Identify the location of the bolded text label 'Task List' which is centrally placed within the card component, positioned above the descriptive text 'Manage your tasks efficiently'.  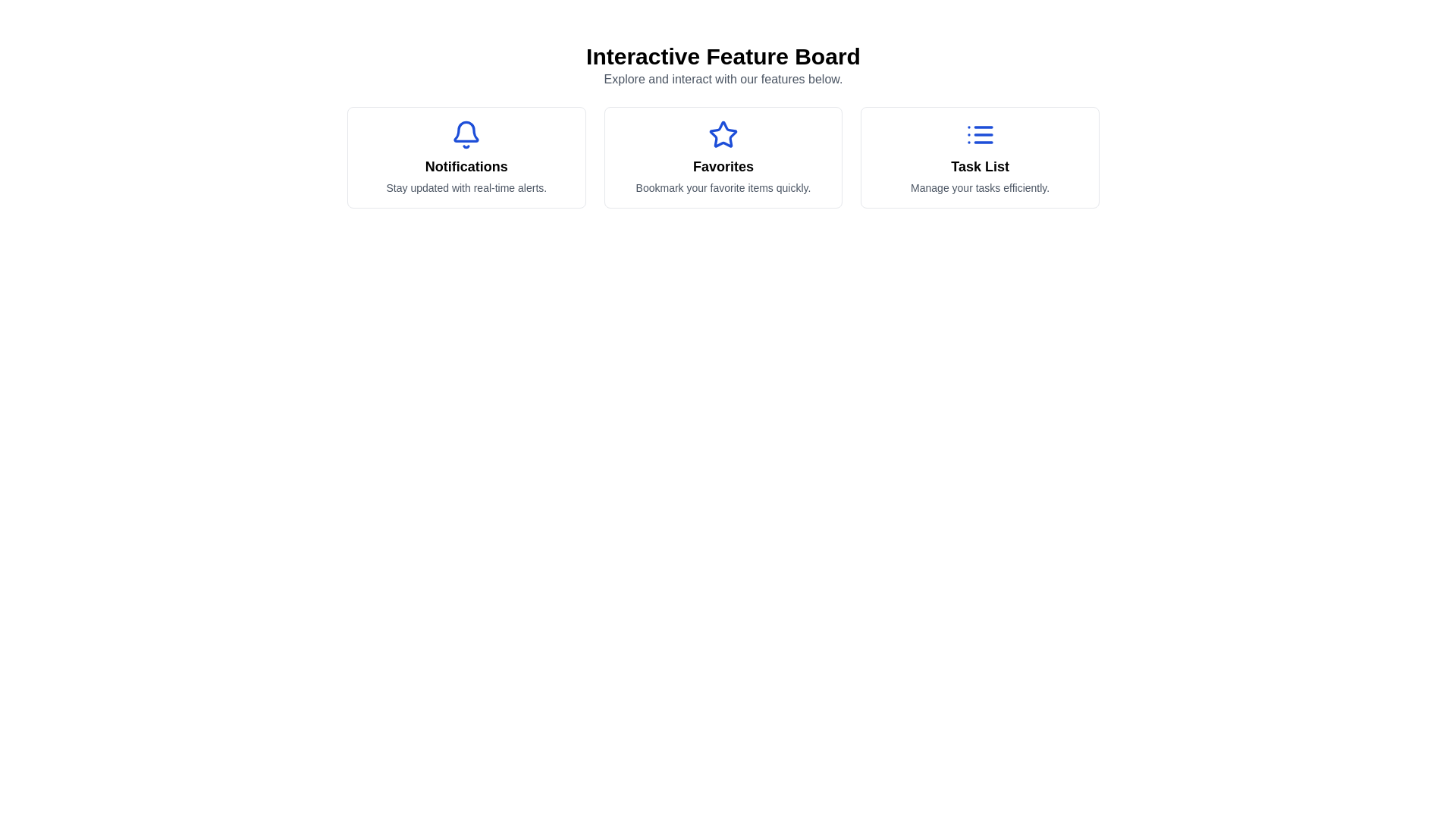
(980, 166).